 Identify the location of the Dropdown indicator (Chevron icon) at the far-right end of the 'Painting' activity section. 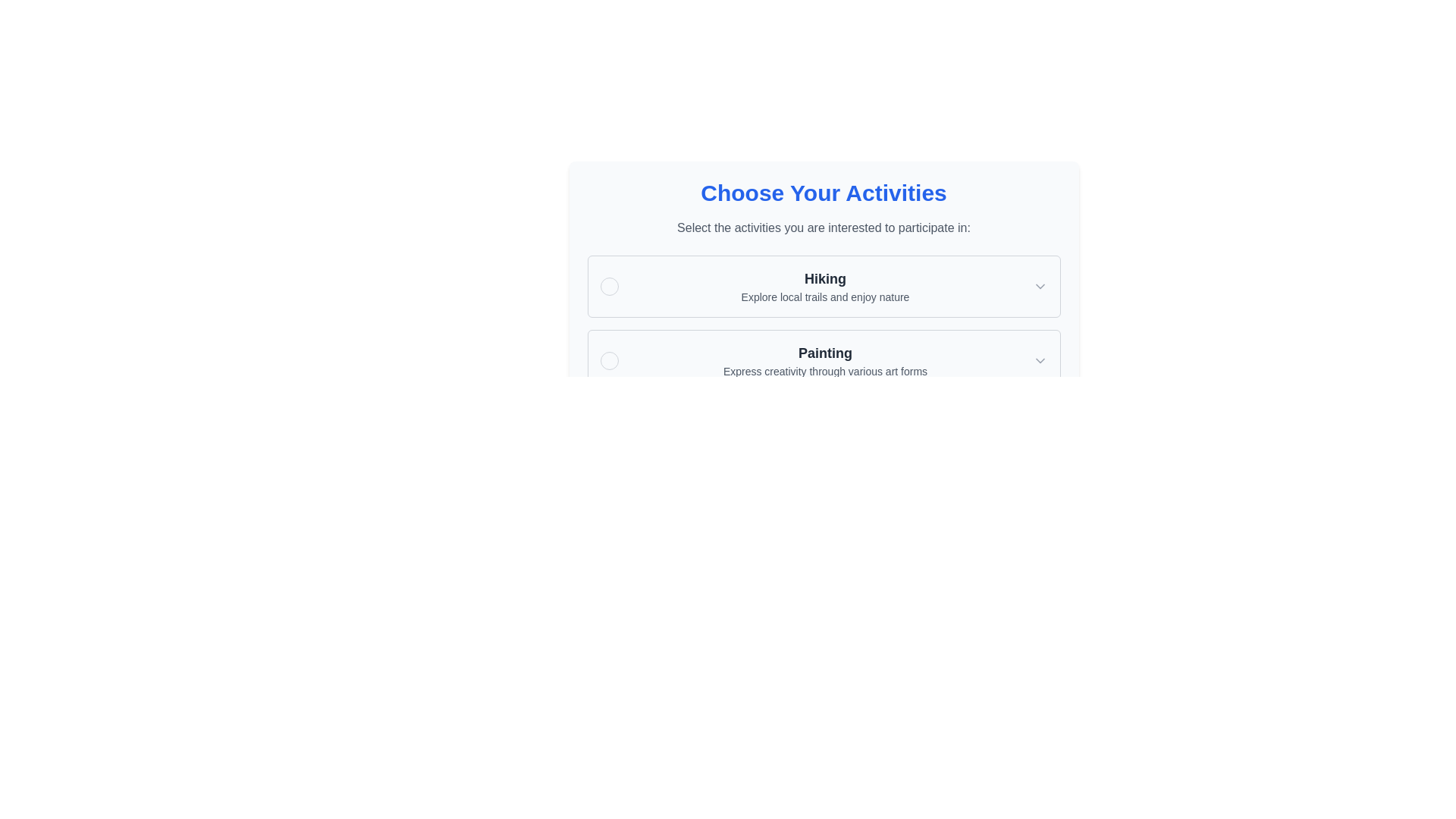
(1039, 360).